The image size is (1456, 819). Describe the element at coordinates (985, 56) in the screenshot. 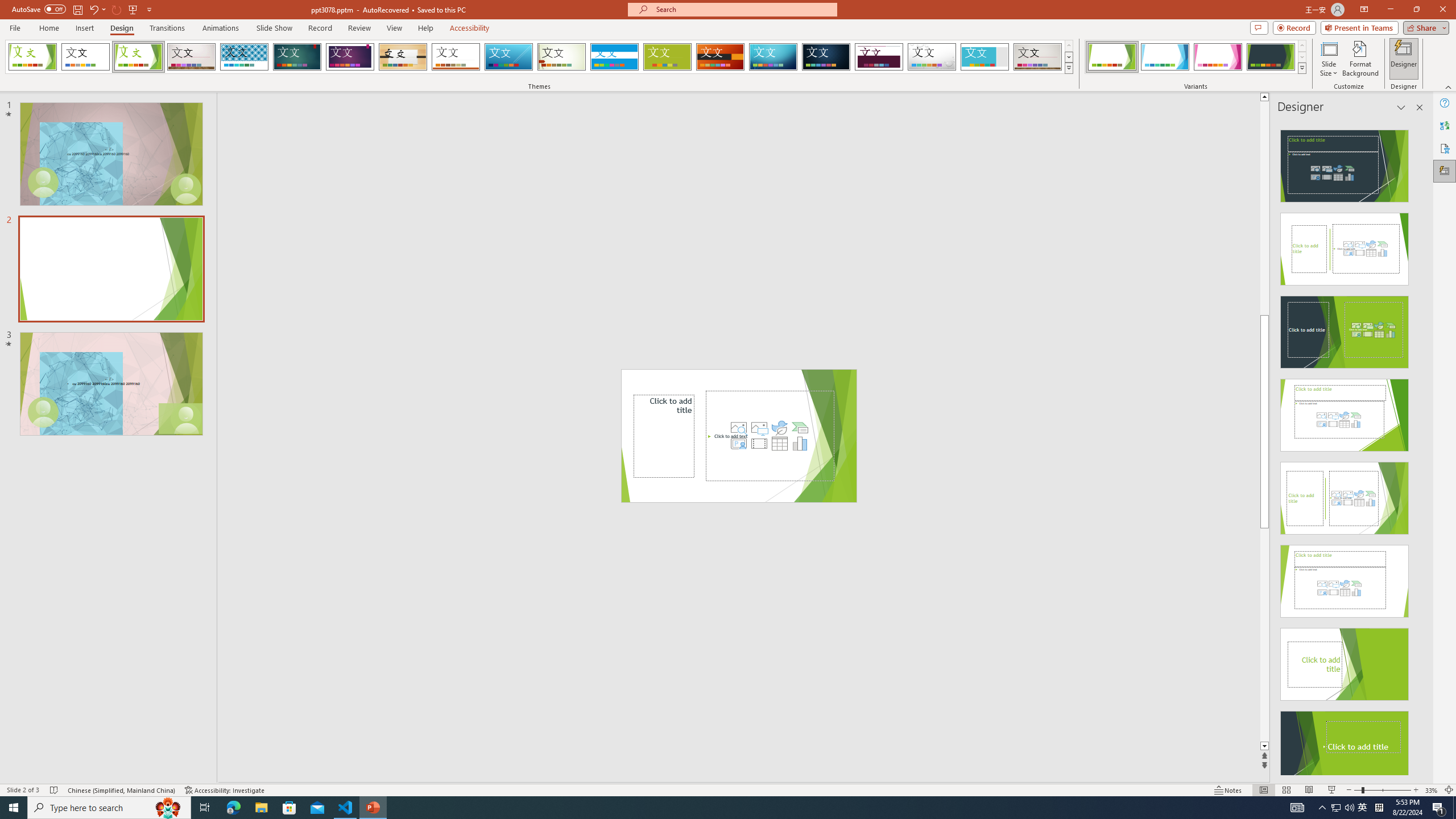

I see `'Frame'` at that location.